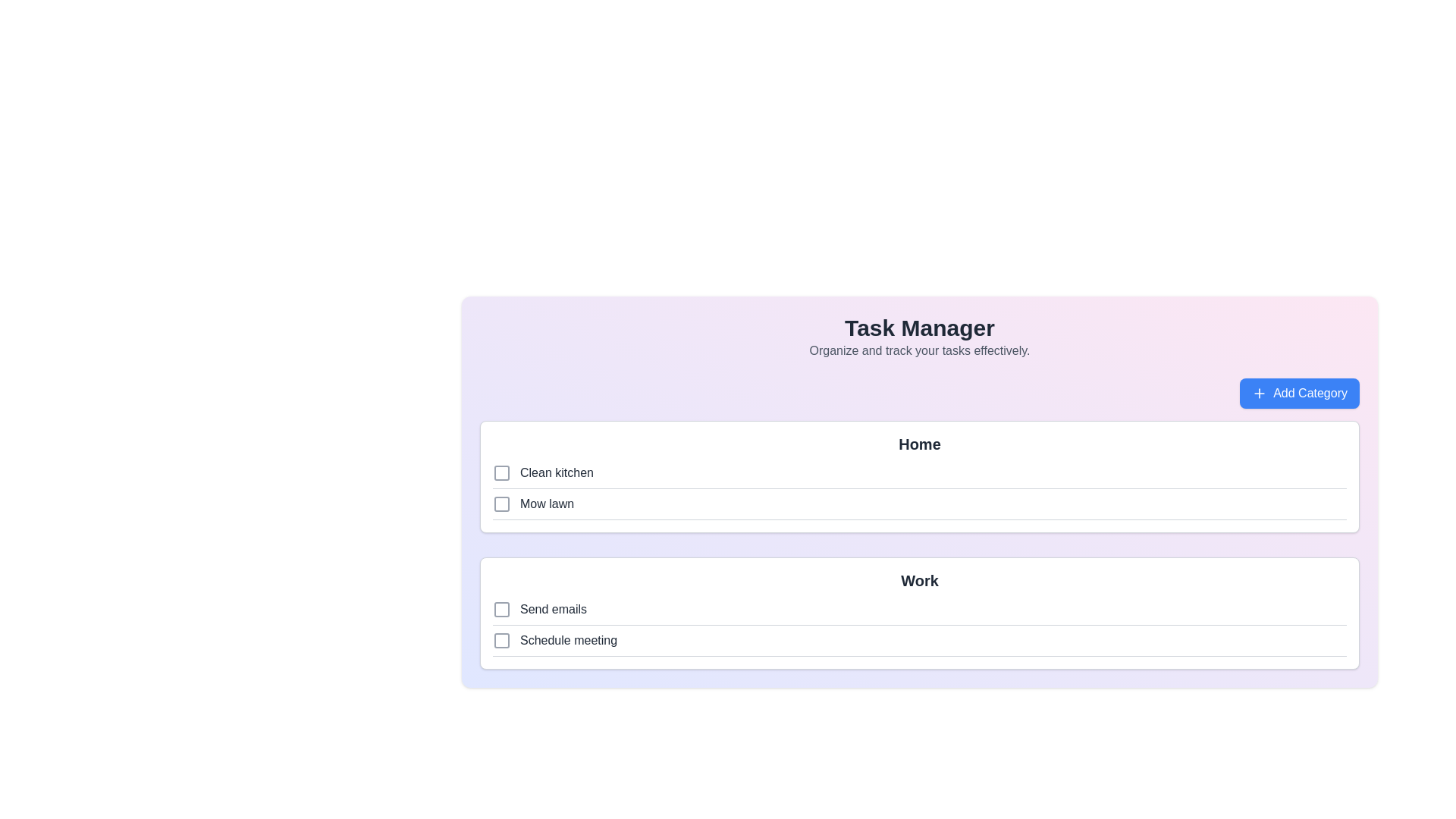 The image size is (1456, 819). Describe the element at coordinates (919, 444) in the screenshot. I see `the text element that labels the section containing tasks related to the 'Home' category, located at the top of a white, rounded, rectangular box` at that location.